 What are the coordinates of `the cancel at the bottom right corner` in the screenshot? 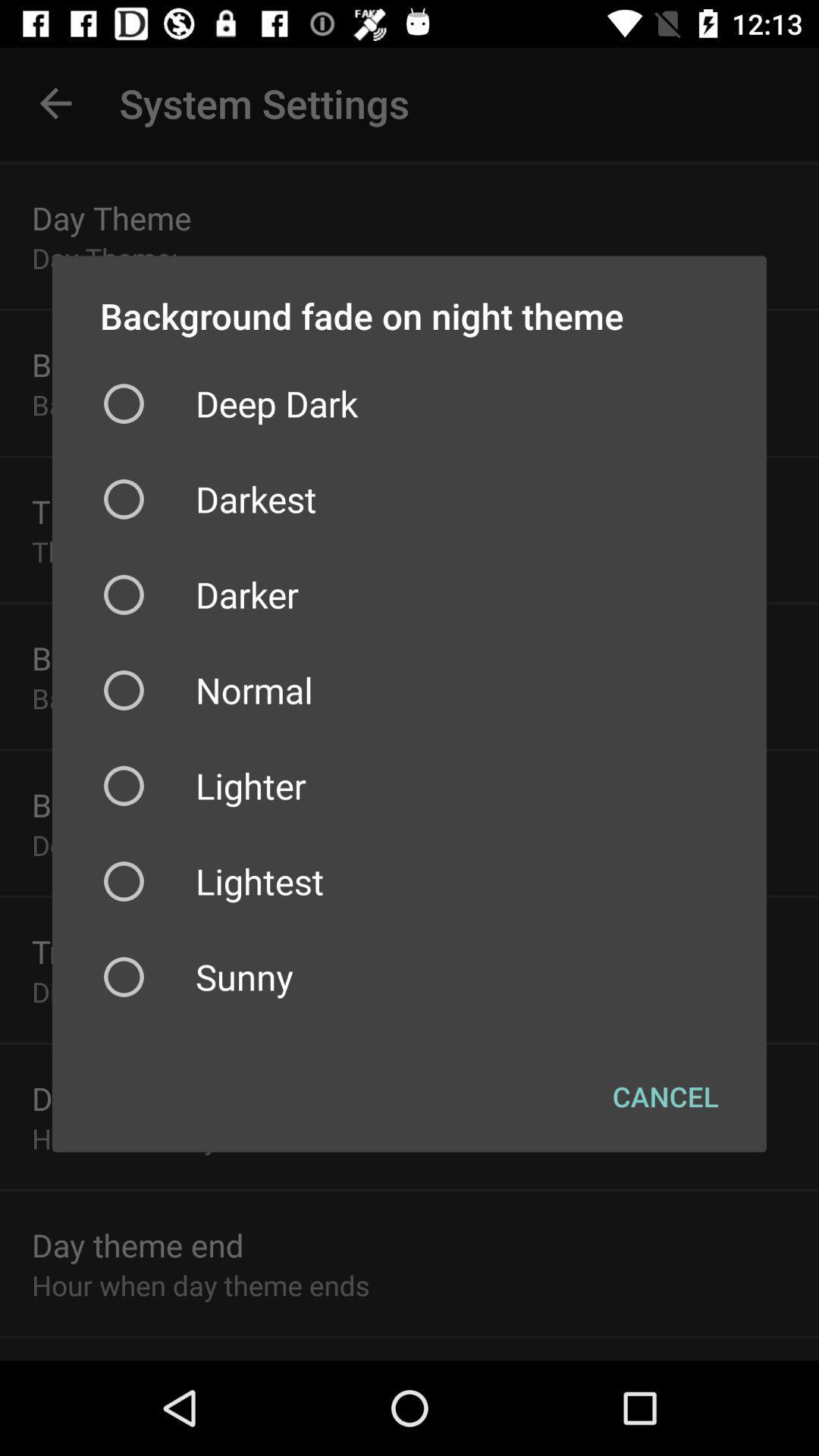 It's located at (664, 1096).